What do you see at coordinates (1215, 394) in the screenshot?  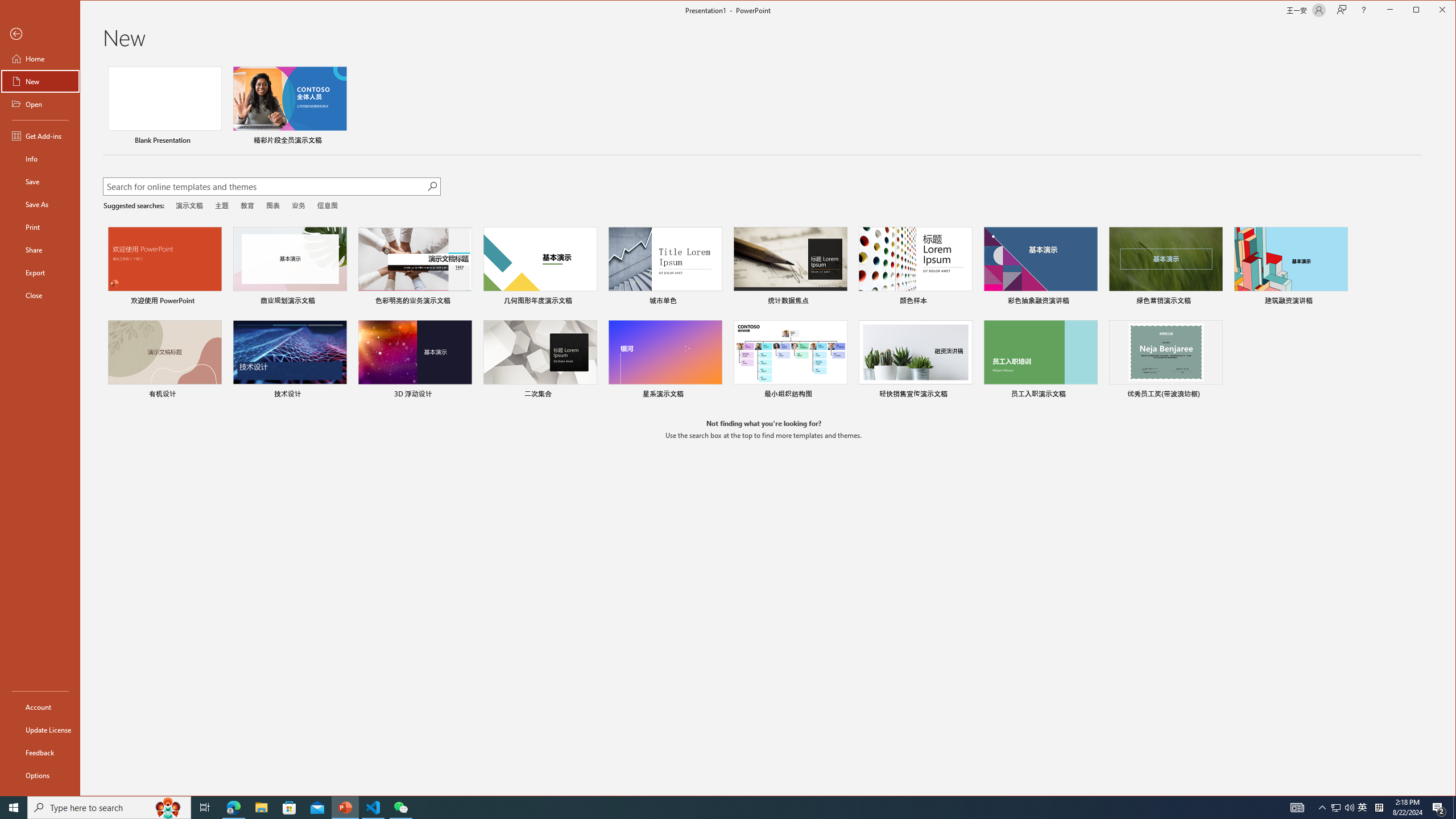 I see `'Pin to list'` at bounding box center [1215, 394].